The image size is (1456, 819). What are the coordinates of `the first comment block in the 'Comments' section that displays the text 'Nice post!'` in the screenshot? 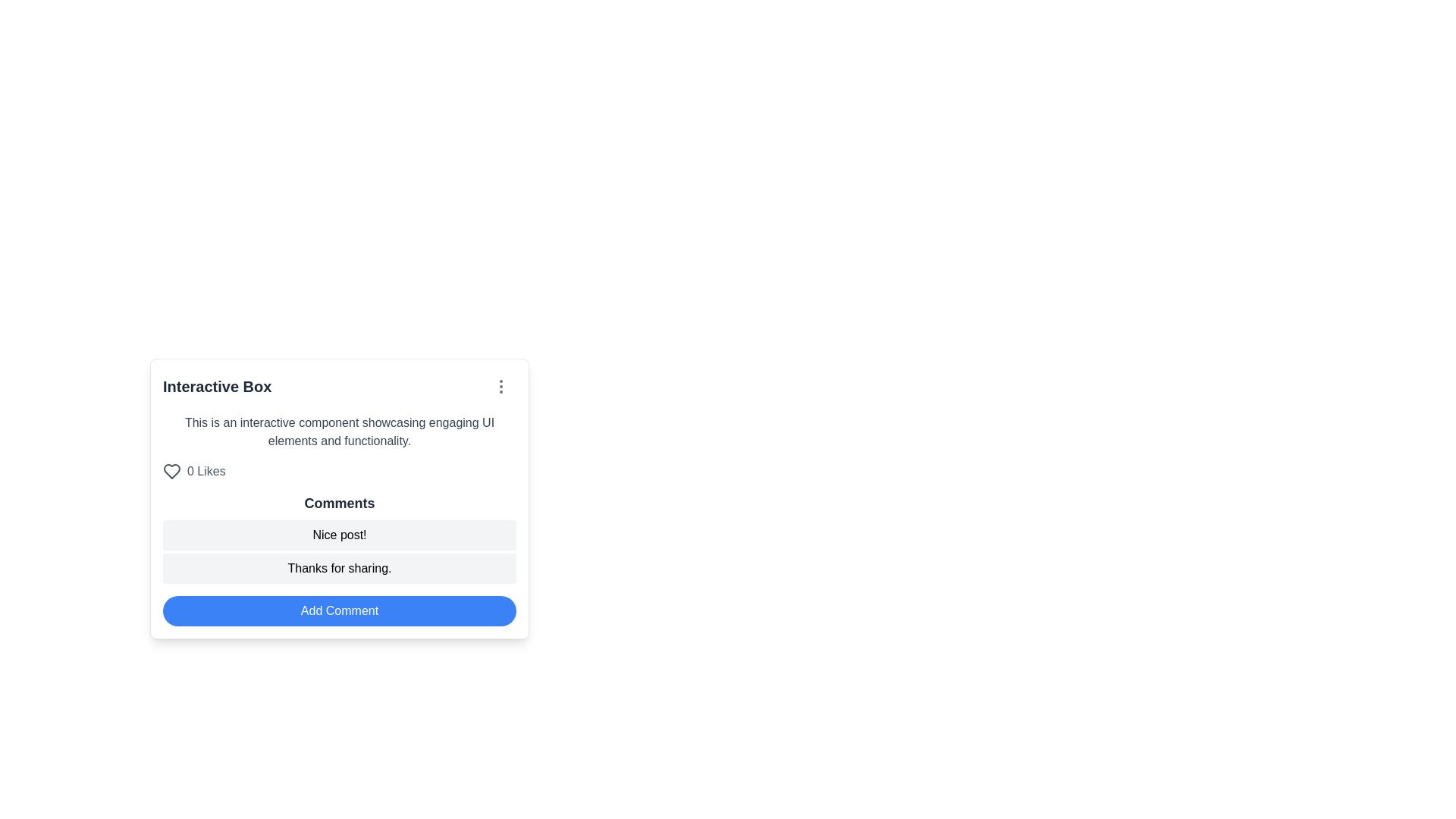 It's located at (338, 534).